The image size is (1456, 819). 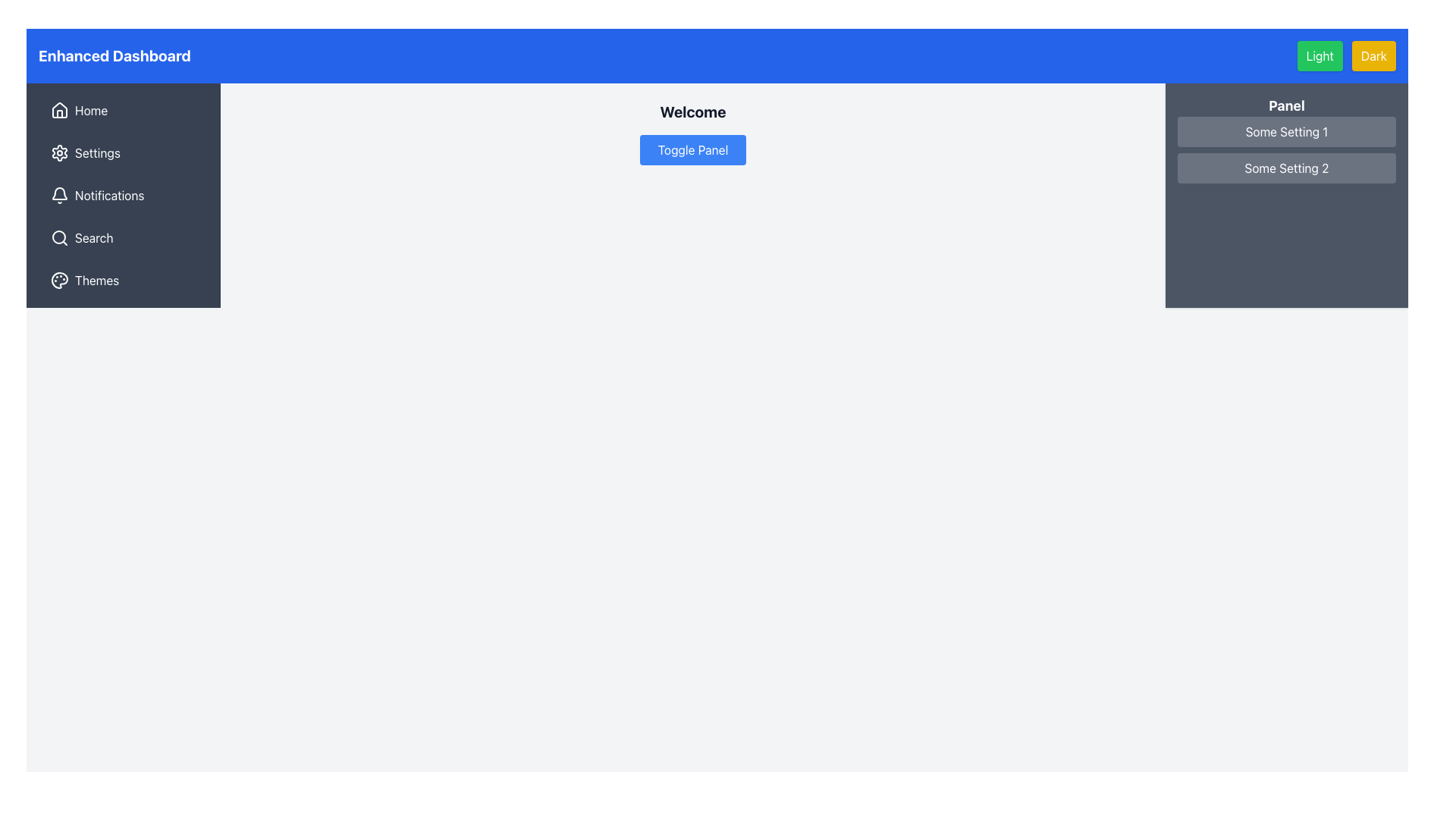 I want to click on the rendered visuals associated with the lower curve of the bell icon in the sidebar menu, which represents the 'Notifications' section, so click(x=59, y=192).